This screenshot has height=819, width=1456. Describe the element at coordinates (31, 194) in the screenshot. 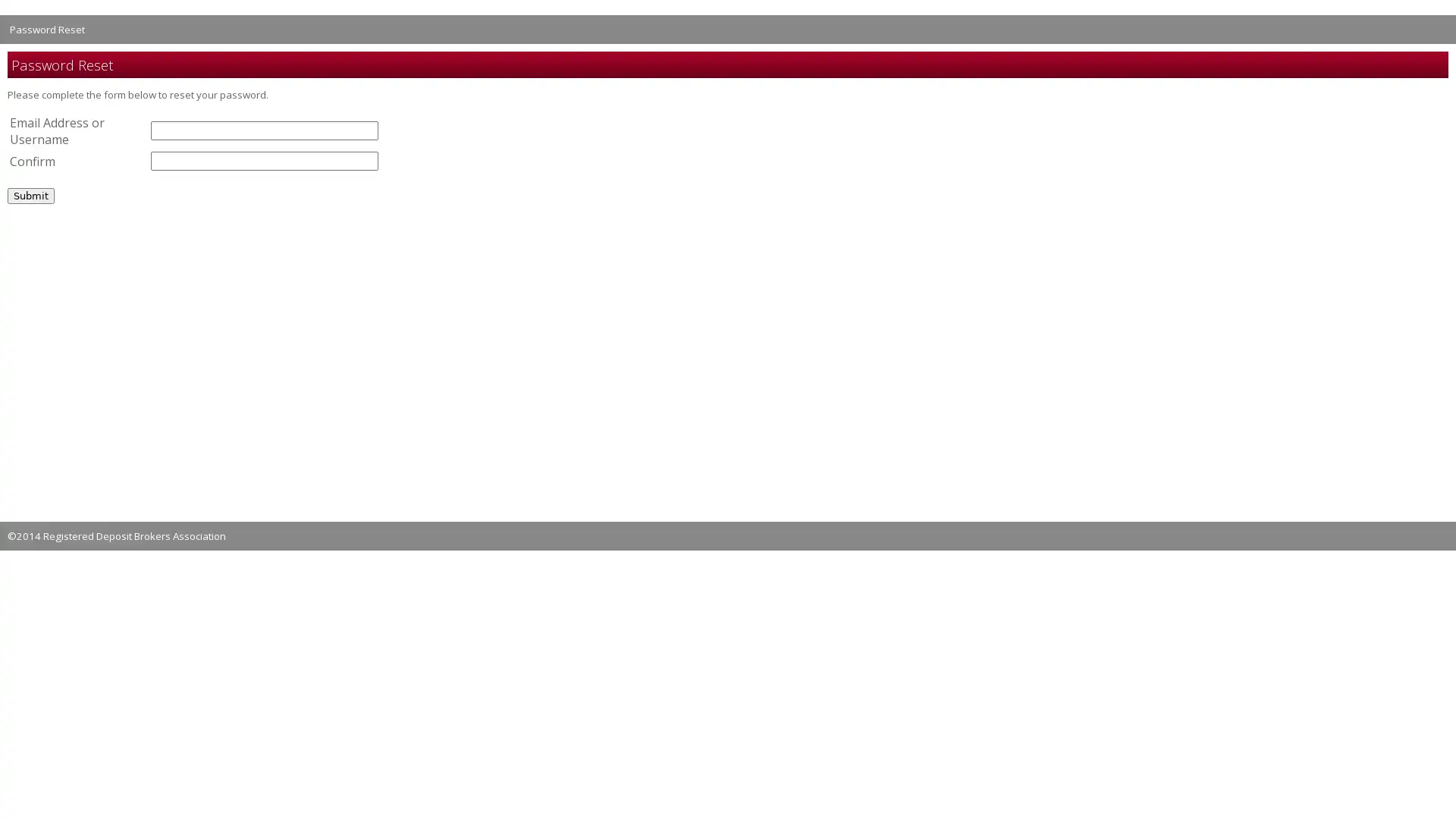

I see `Submit` at that location.